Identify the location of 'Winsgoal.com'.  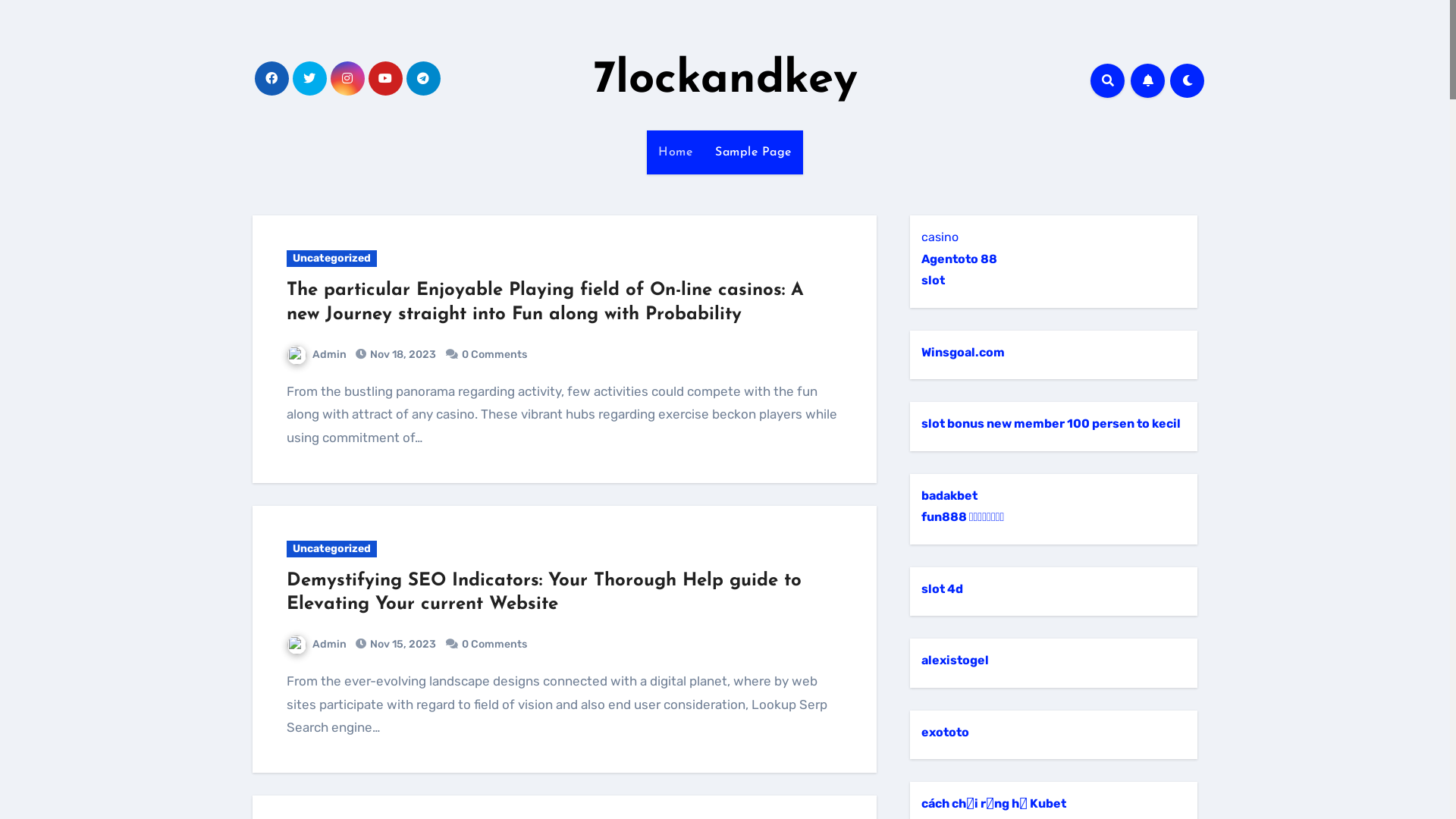
(962, 352).